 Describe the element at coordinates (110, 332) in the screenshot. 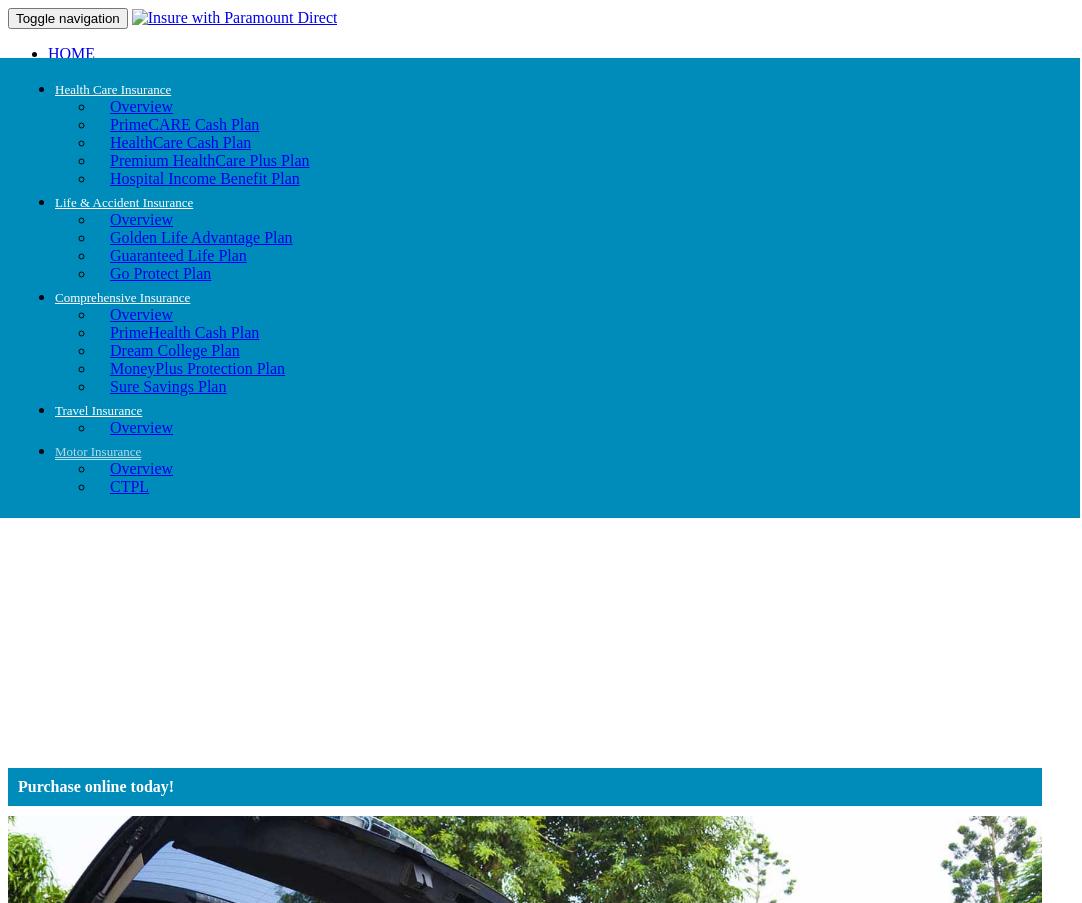

I see `'PrimeHealth Cash Plan'` at that location.